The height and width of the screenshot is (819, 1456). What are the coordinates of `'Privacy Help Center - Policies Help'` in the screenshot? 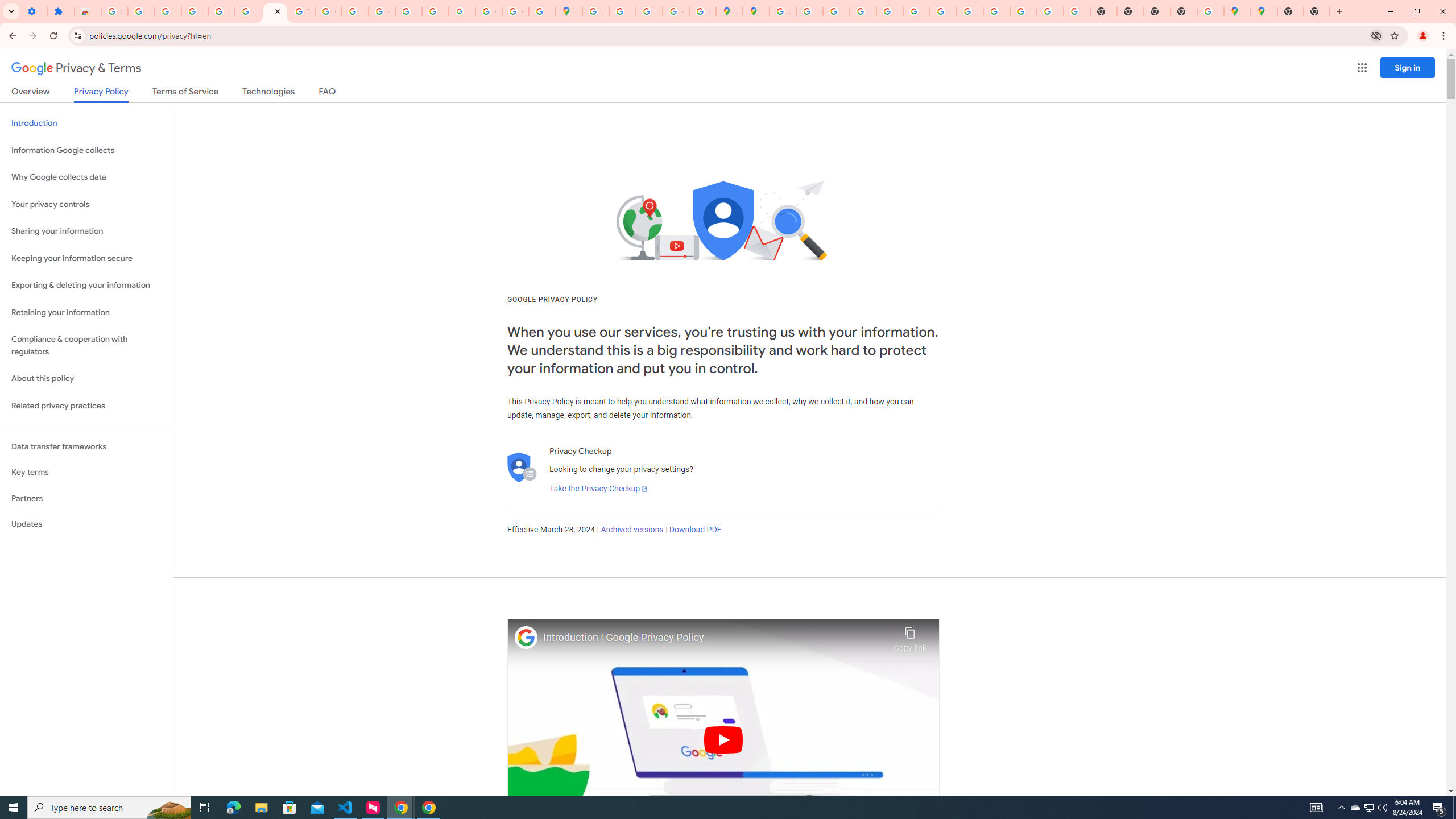 It's located at (862, 11).